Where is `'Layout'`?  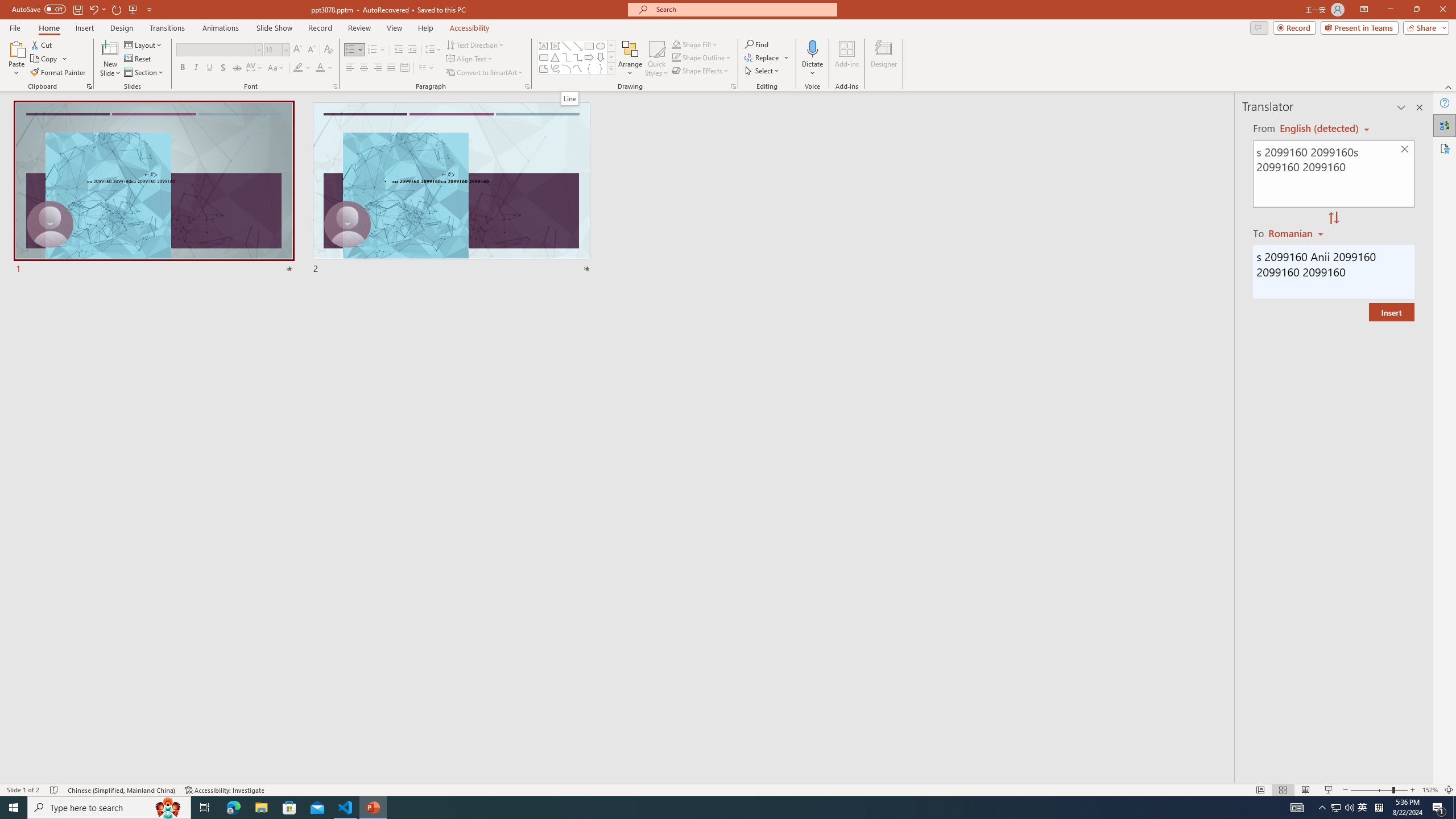 'Layout' is located at coordinates (143, 44).